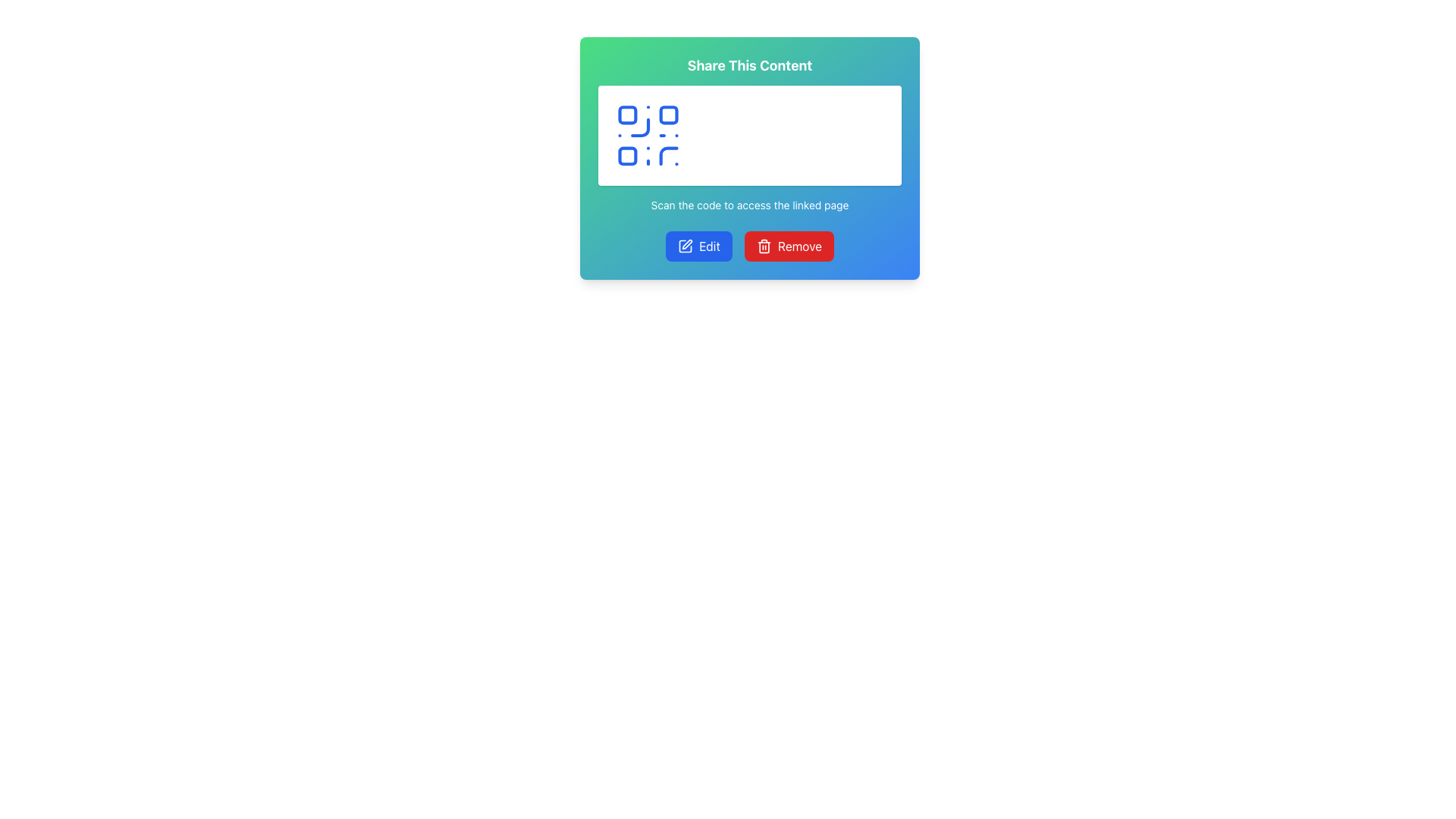 Image resolution: width=1456 pixels, height=819 pixels. Describe the element at coordinates (789, 245) in the screenshot. I see `the 'Remove' button with a trash bin icon located at the bottom-right of the card interface to observe the hover effects` at that location.